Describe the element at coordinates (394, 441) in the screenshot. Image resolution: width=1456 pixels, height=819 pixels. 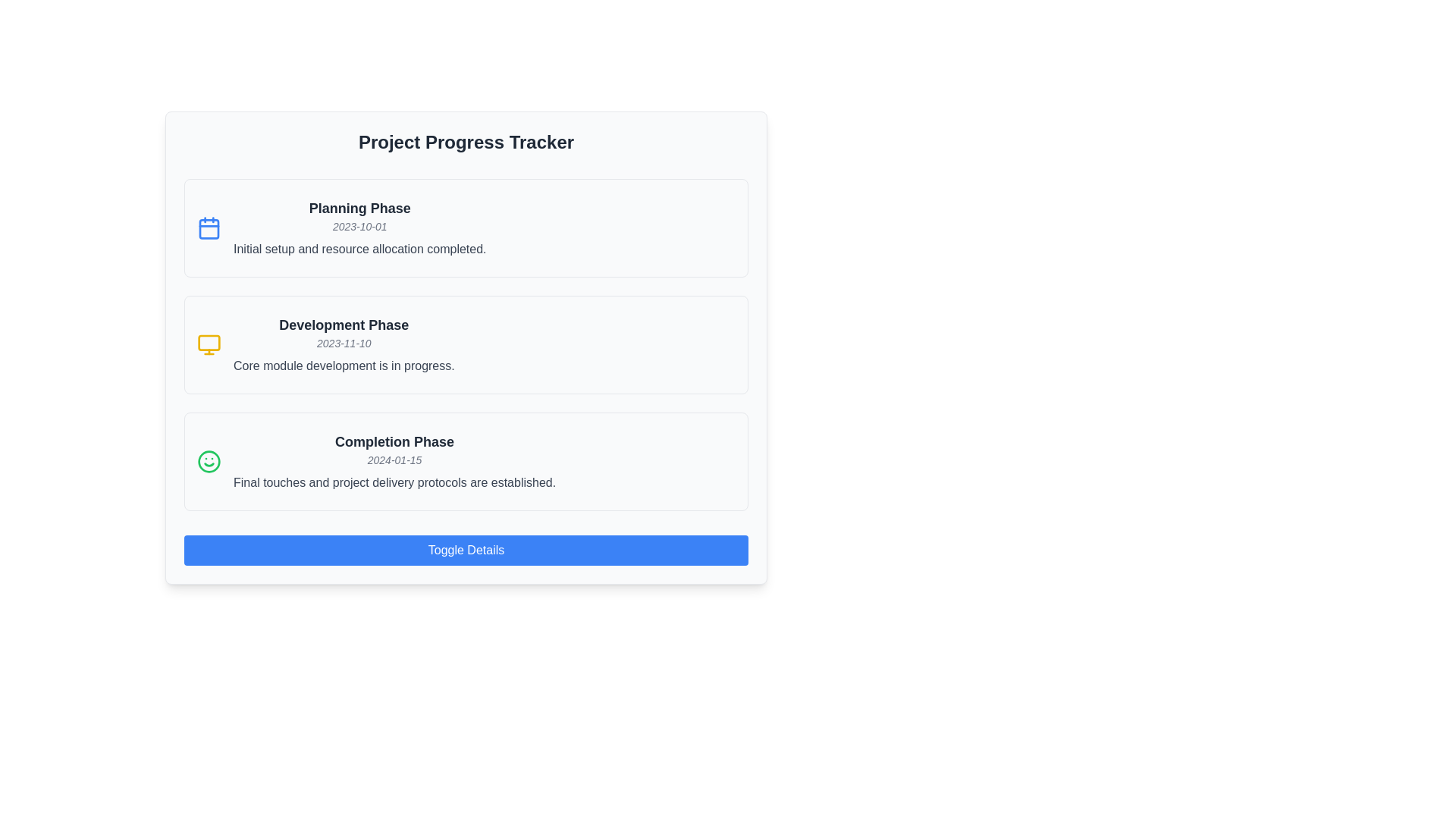
I see `the Text Label indicating the 'Completion Phase' of the project, which is positioned above the date '2024-01-15' and the description text` at that location.